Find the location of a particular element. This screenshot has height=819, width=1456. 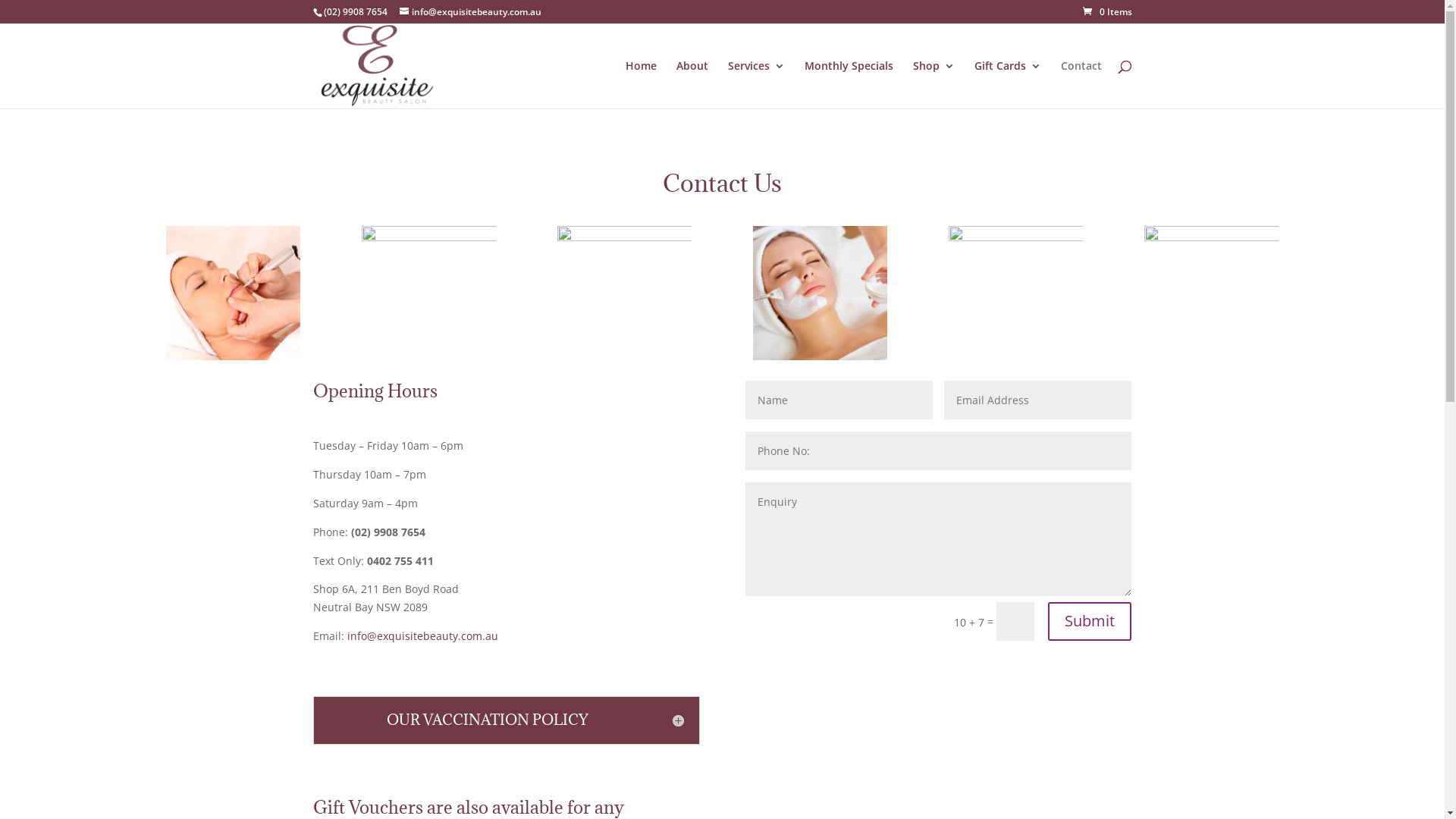

'Monthly Specials' is located at coordinates (847, 84).